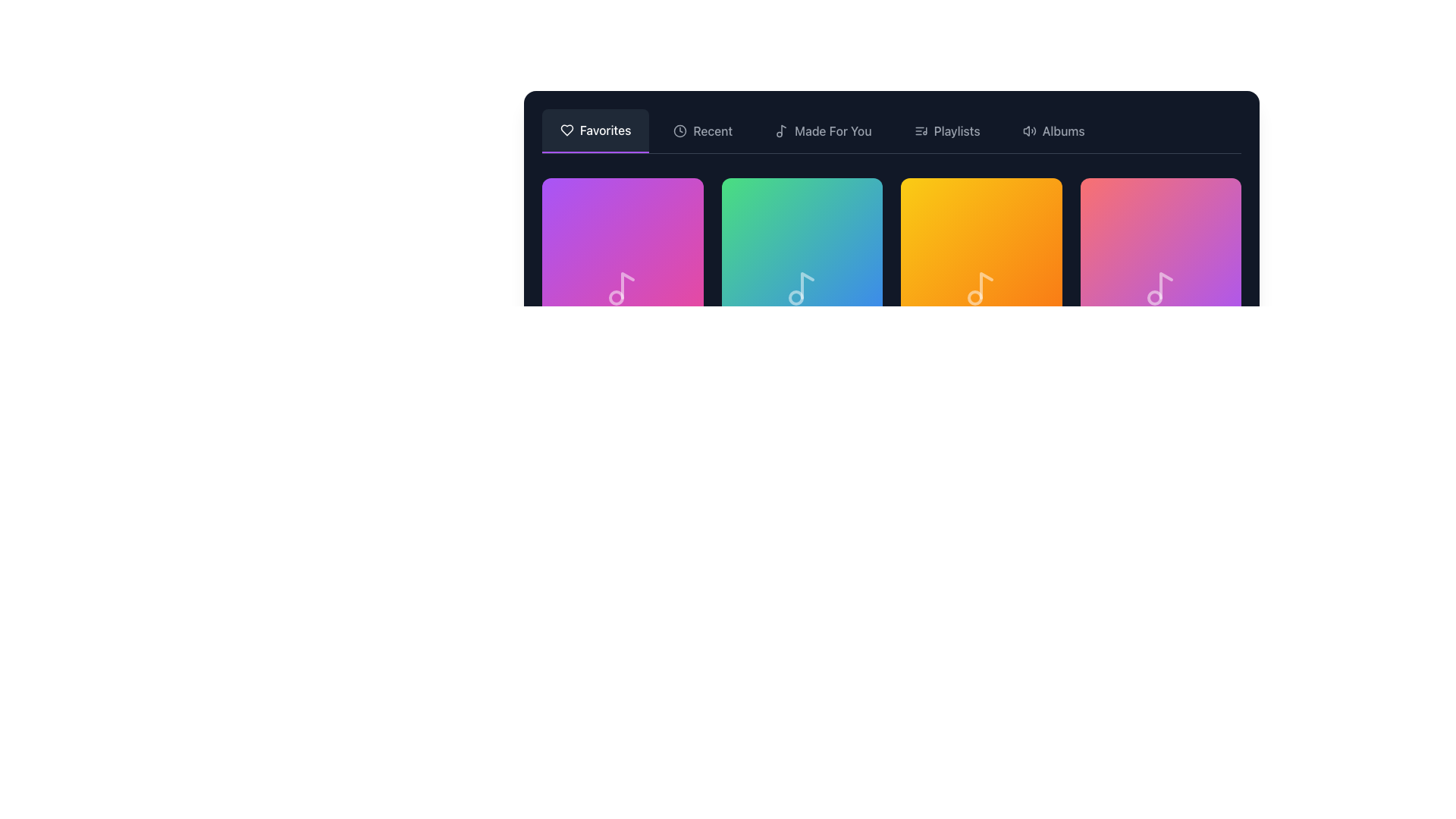  What do you see at coordinates (956, 130) in the screenshot?
I see `the Text label in the navigation bar that represents a playlist option, located between 'Made For You' and 'Albums'` at bounding box center [956, 130].